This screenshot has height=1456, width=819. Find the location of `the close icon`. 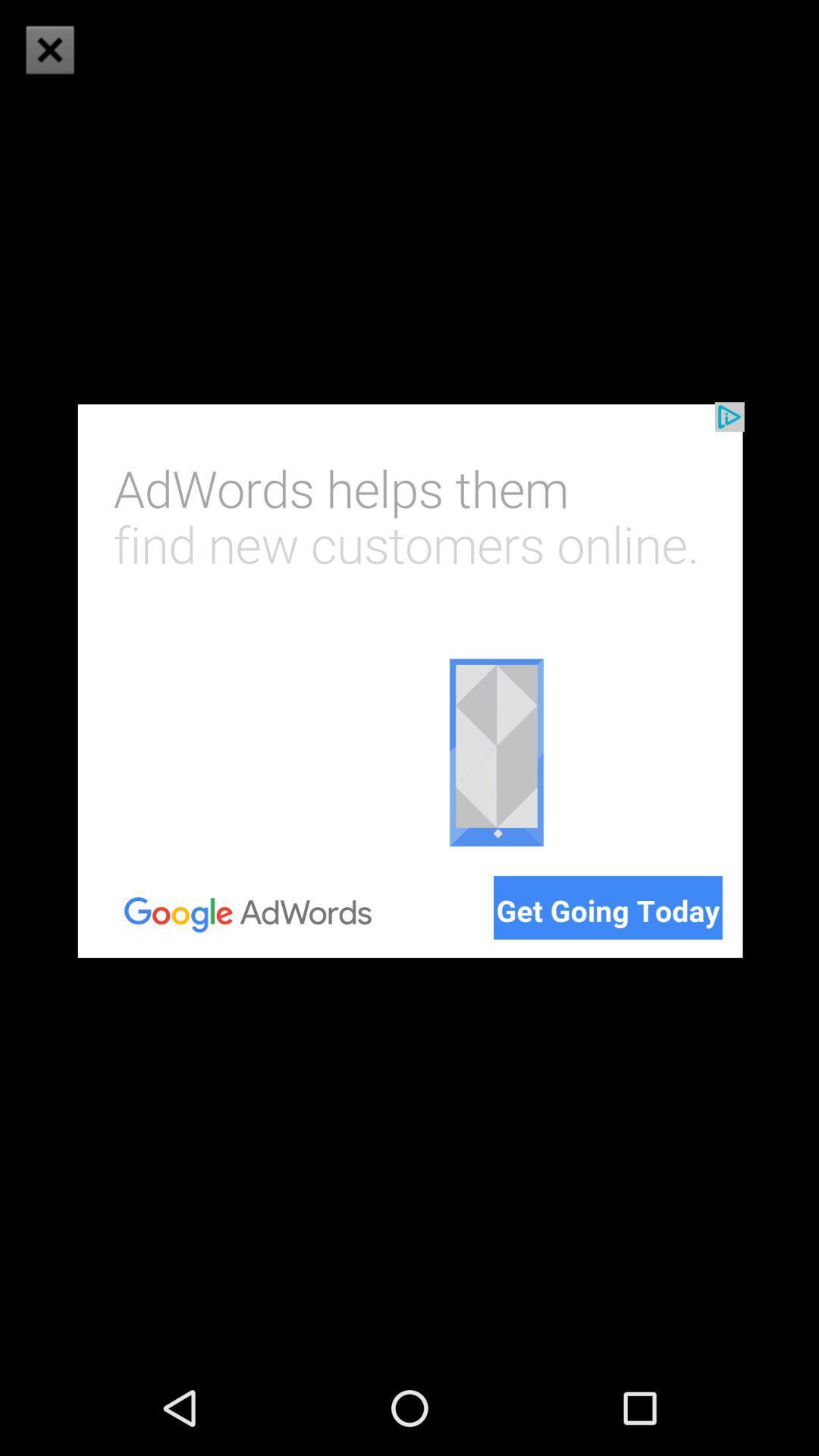

the close icon is located at coordinates (49, 53).